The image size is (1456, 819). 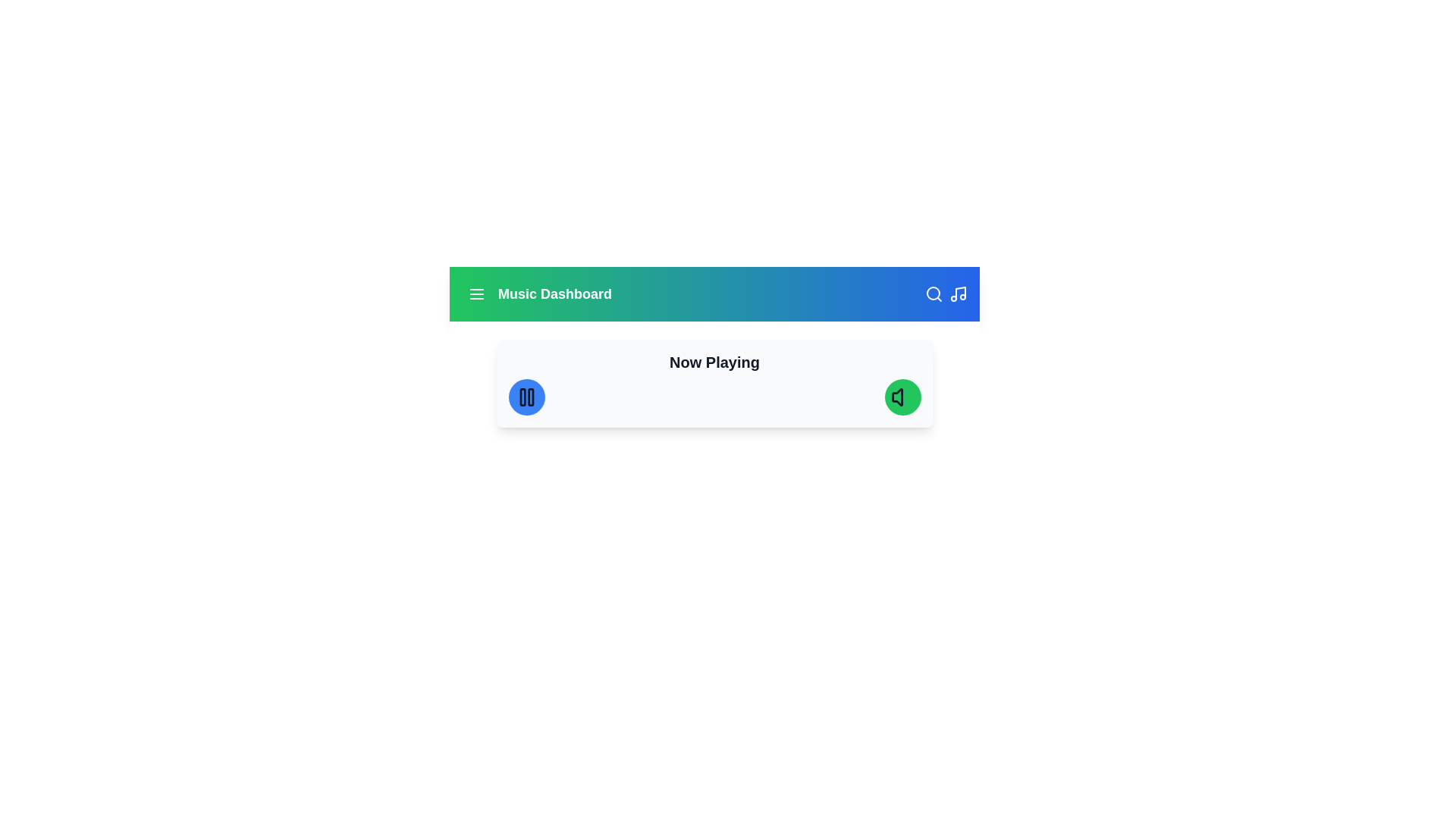 What do you see at coordinates (934, 294) in the screenshot?
I see `the search button located at the top-right corner of the component` at bounding box center [934, 294].